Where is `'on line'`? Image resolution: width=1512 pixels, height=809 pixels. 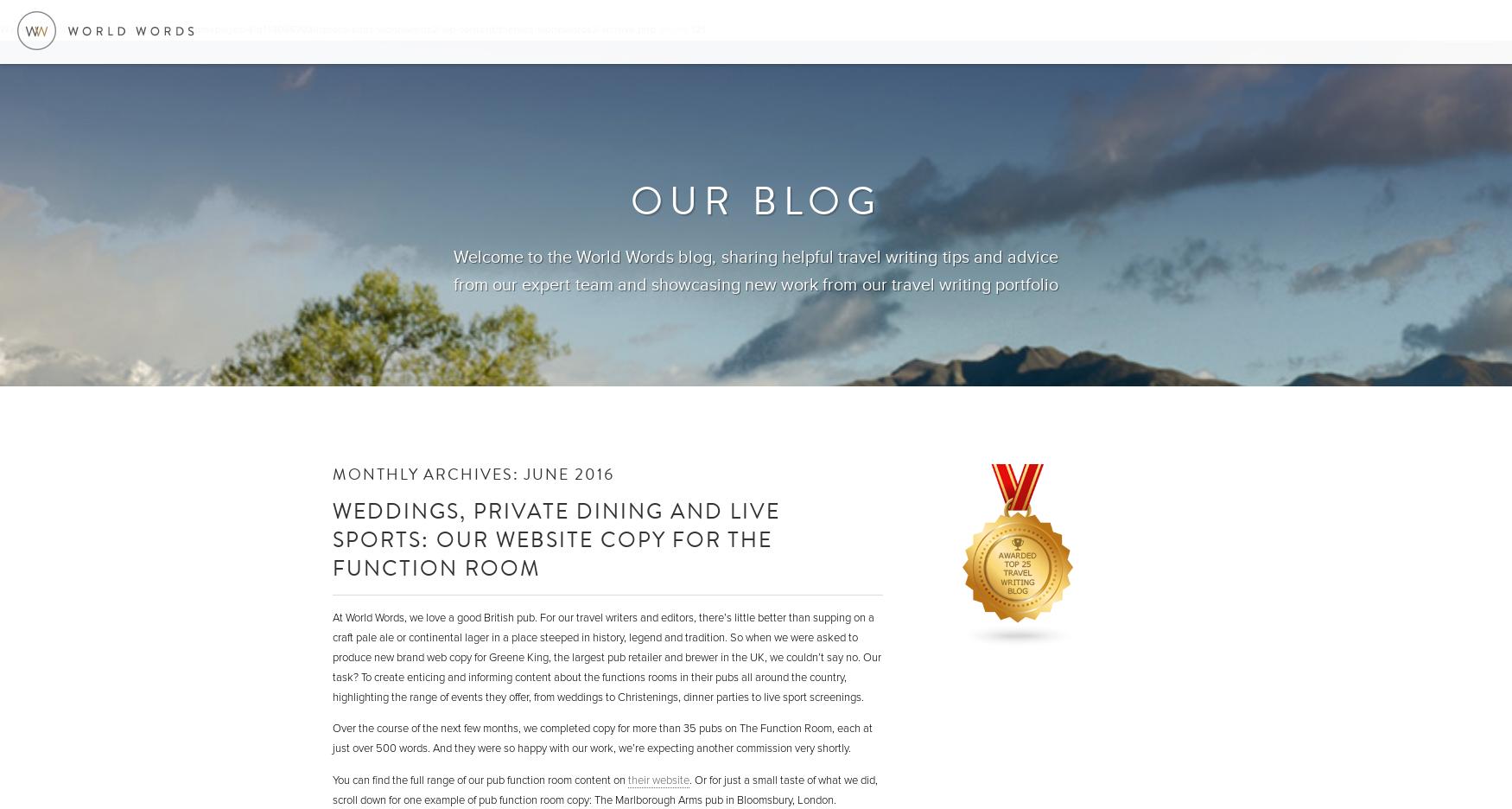
'on line' is located at coordinates (672, 28).